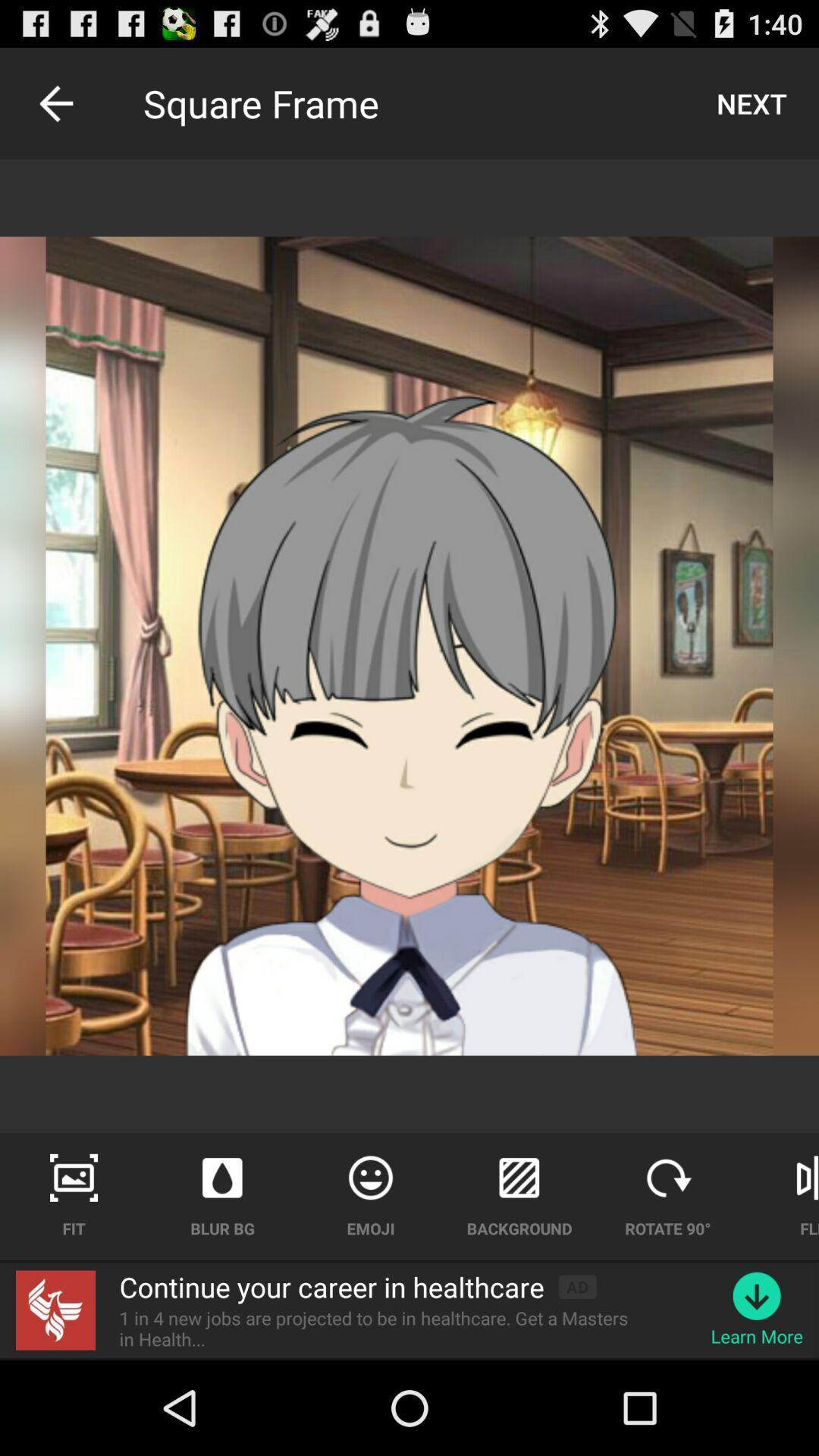  Describe the element at coordinates (382, 1328) in the screenshot. I see `1 in 4 icon` at that location.